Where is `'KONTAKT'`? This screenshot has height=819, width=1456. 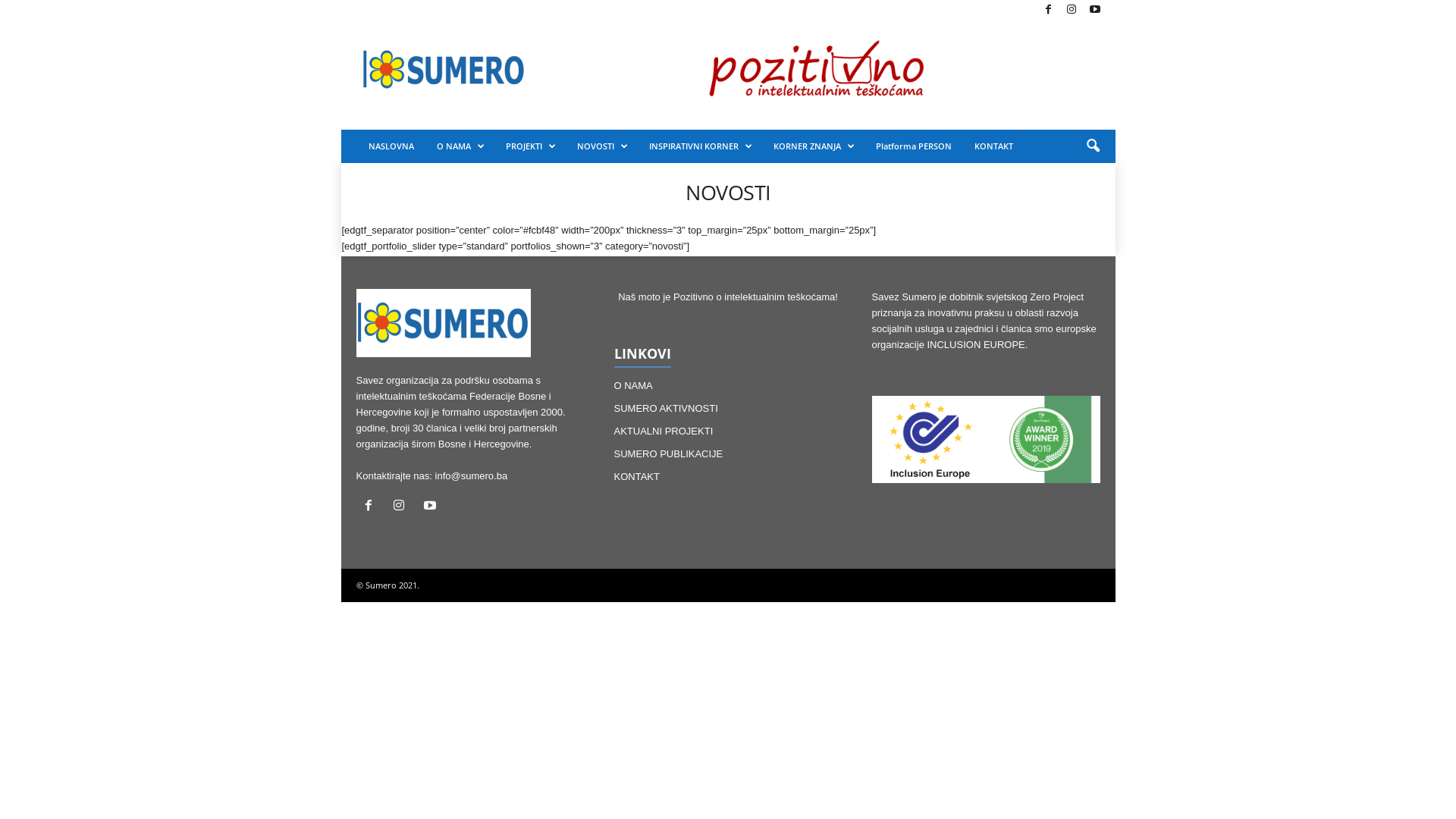 'KONTAKT' is located at coordinates (993, 146).